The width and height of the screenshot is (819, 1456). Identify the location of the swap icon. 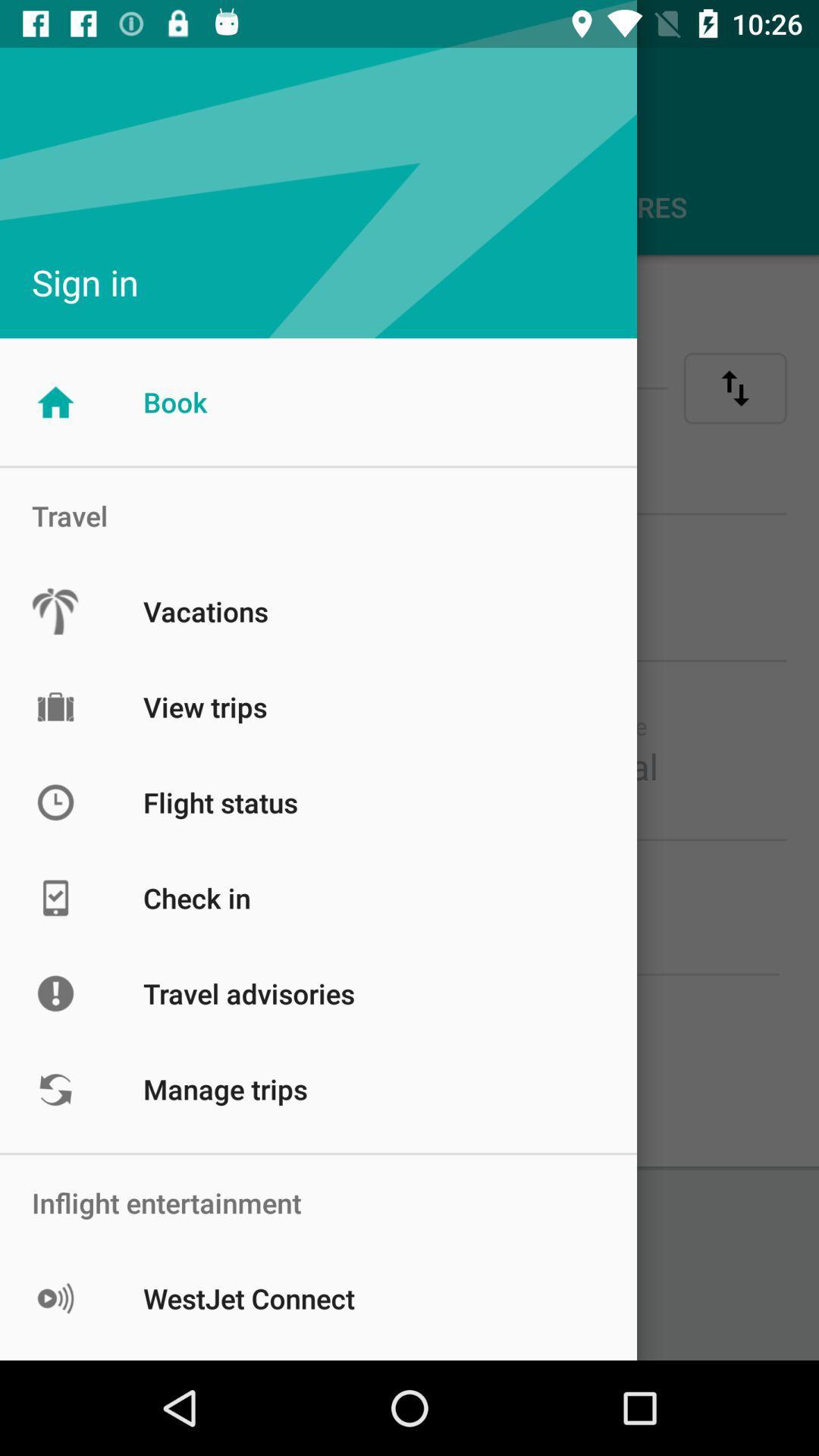
(734, 388).